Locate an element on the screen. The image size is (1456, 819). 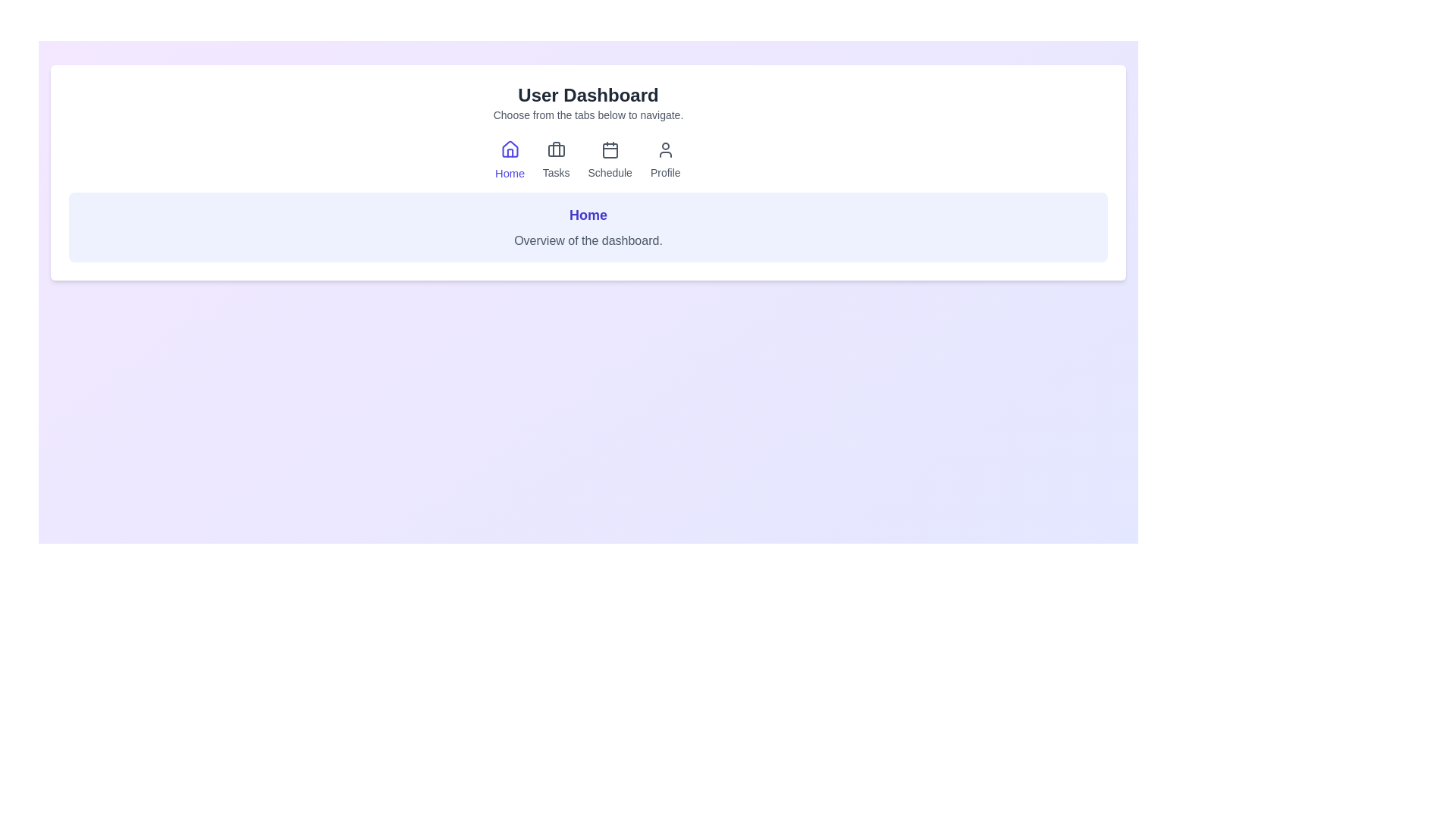
the Profile navigation button located in the upper section of the interface is located at coordinates (665, 161).